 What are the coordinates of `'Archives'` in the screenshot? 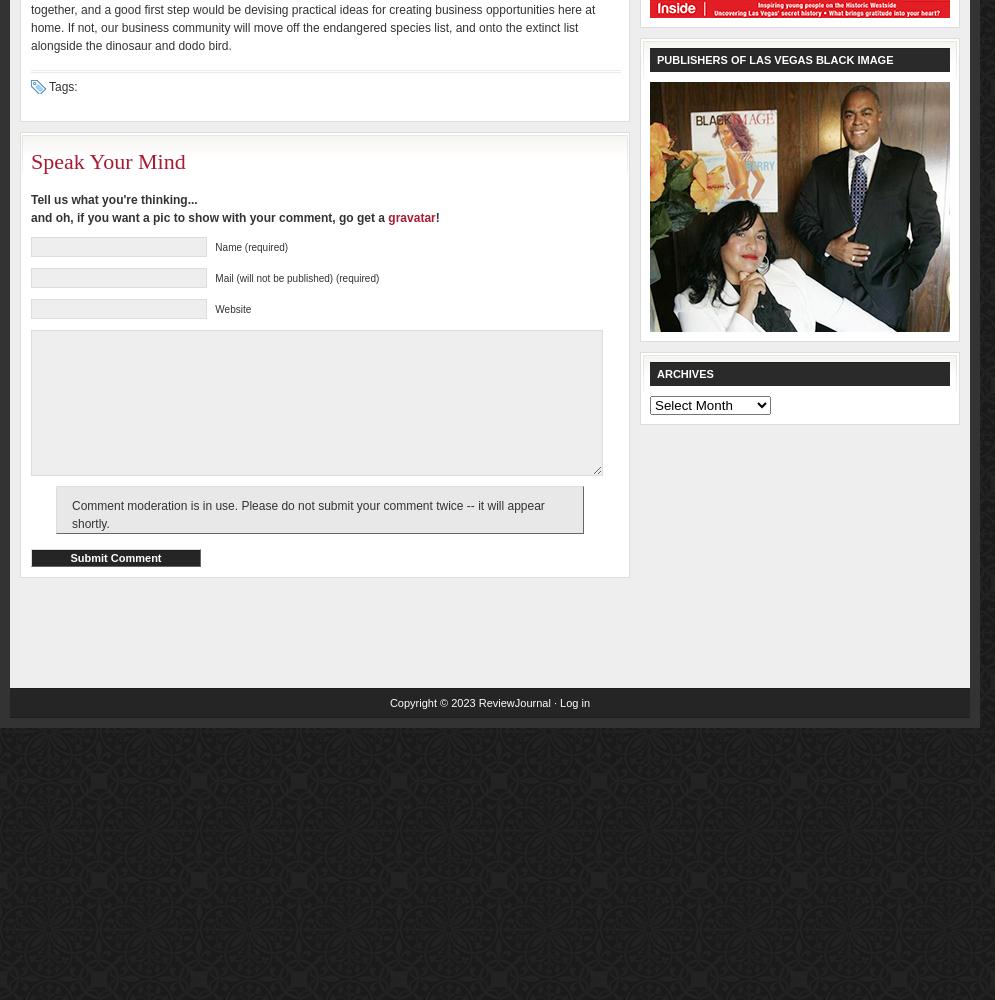 It's located at (683, 373).